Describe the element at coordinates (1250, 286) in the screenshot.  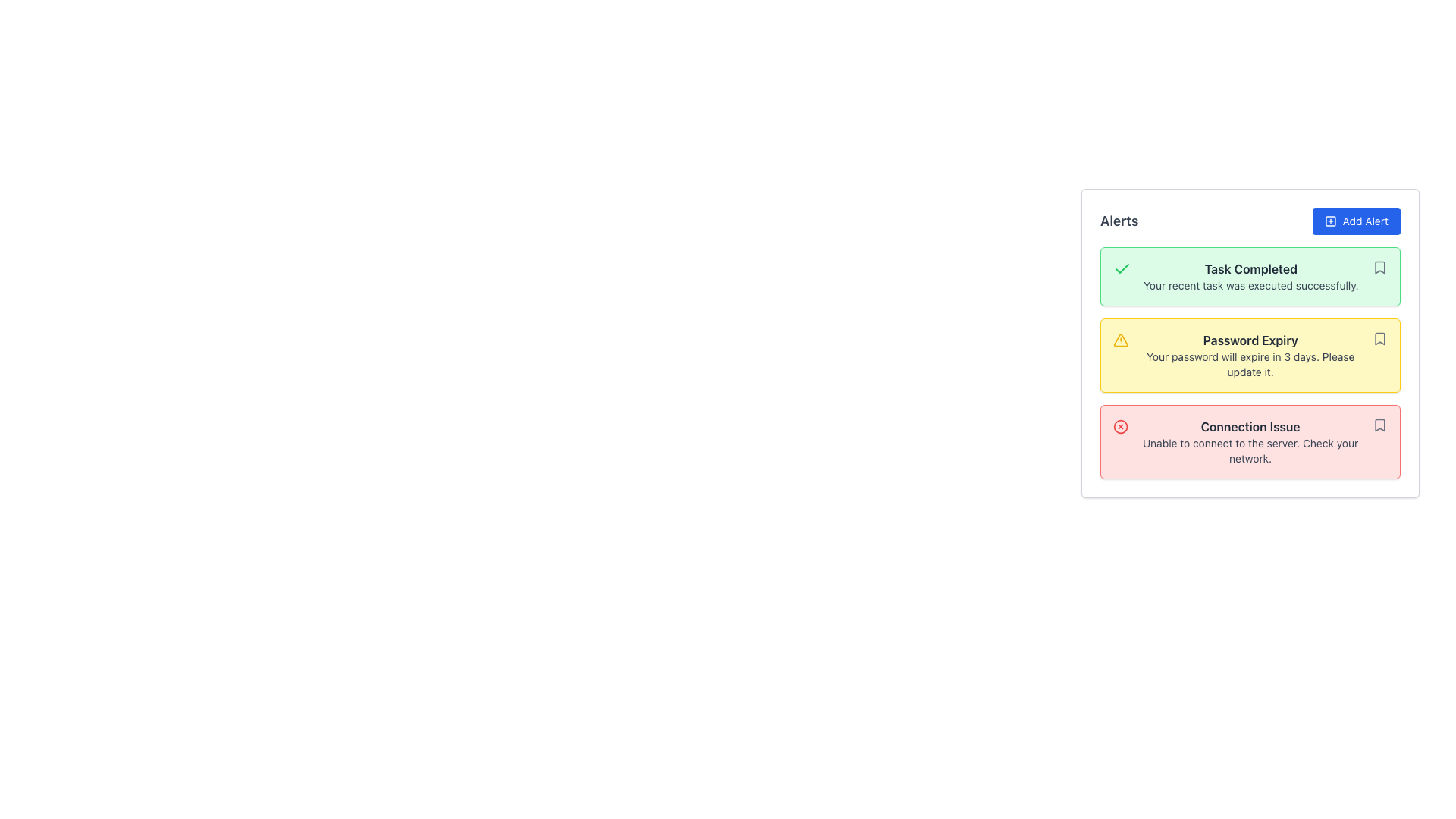
I see `the text element displaying 'Your recent task was executed successfully.' which is positioned below the heading 'Alerts' and is styled with a light green background` at that location.